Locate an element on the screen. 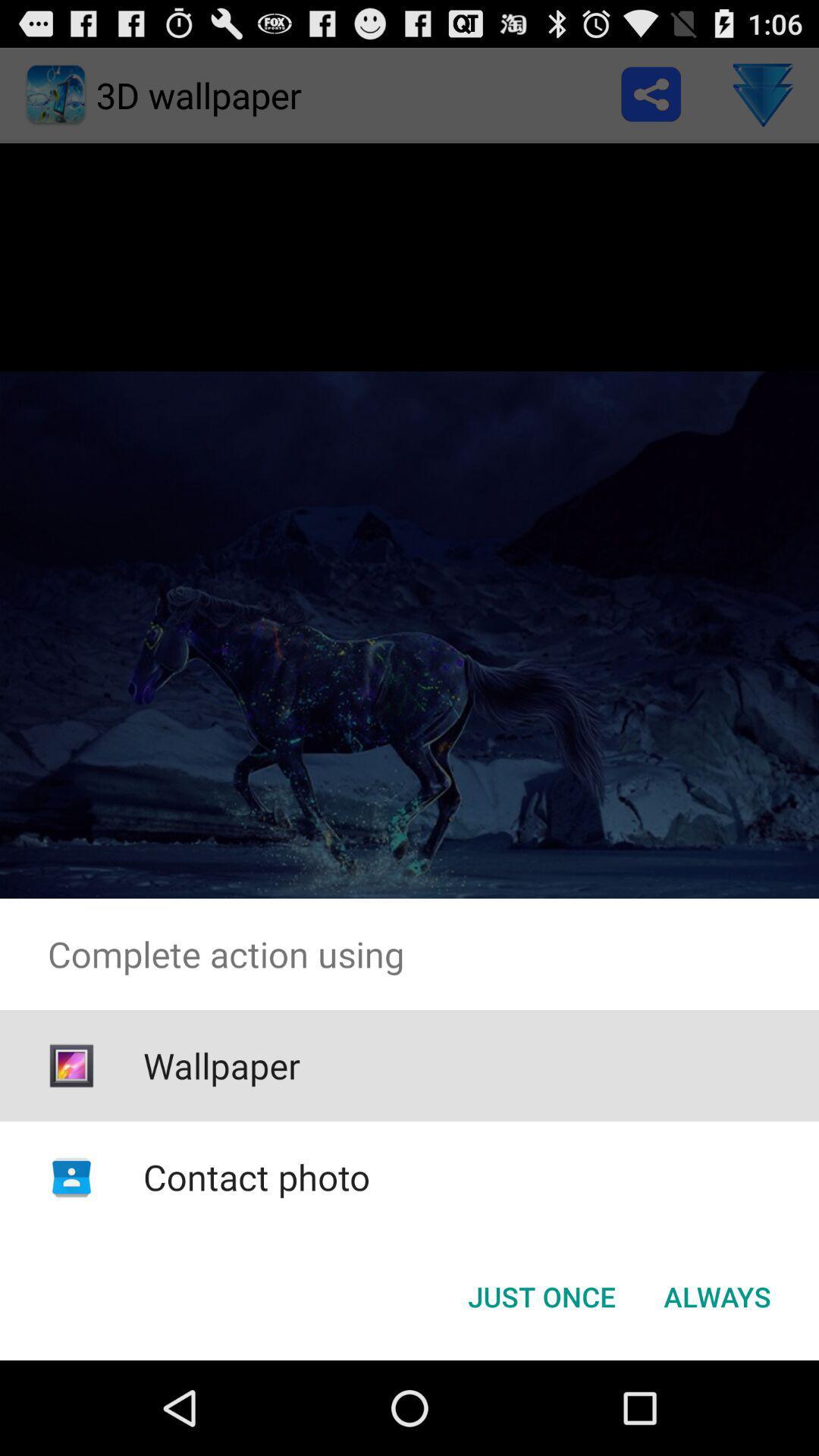 The height and width of the screenshot is (1456, 819). the just once icon is located at coordinates (541, 1295).